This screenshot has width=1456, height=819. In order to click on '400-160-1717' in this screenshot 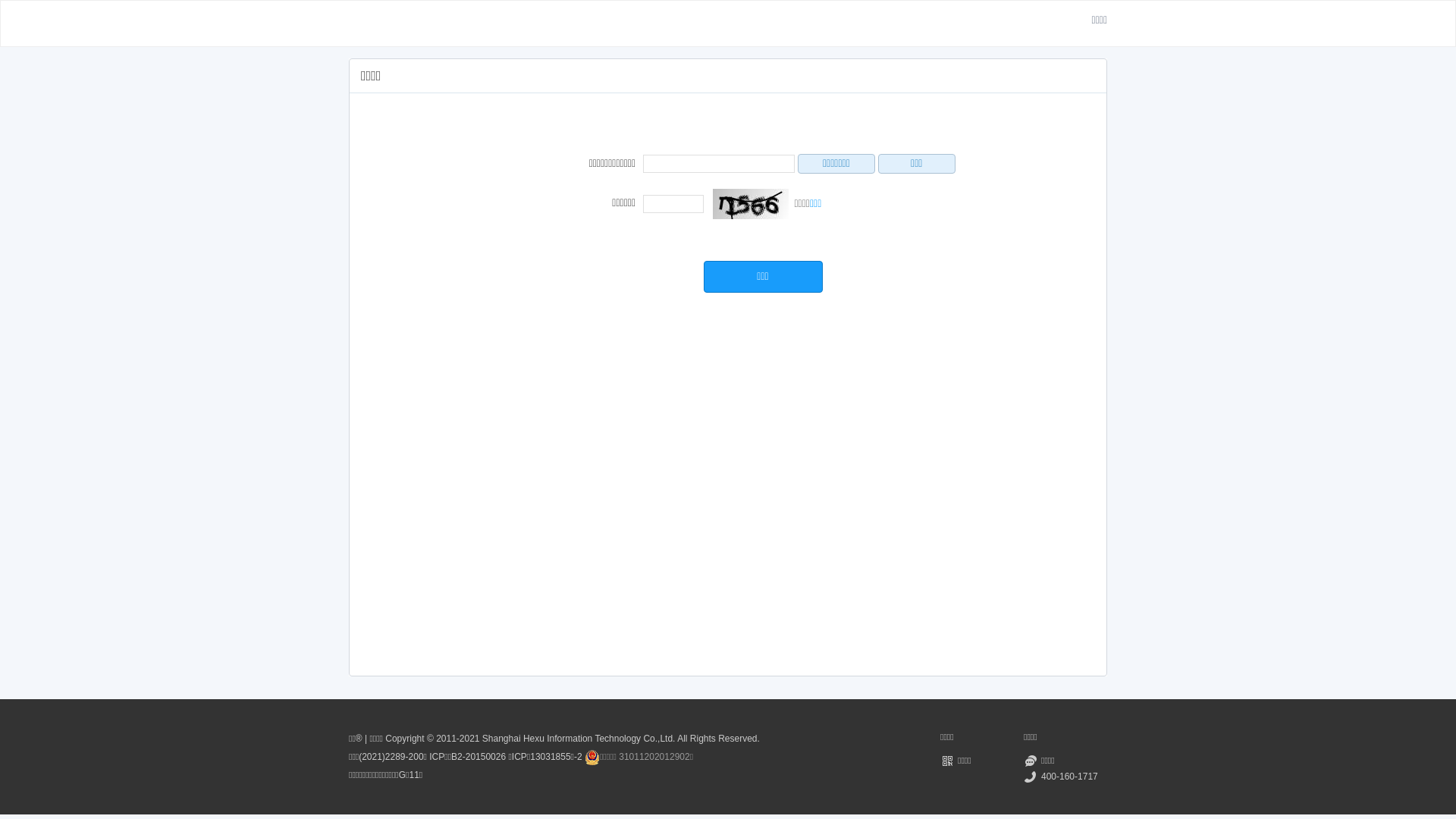, I will do `click(1065, 776)`.